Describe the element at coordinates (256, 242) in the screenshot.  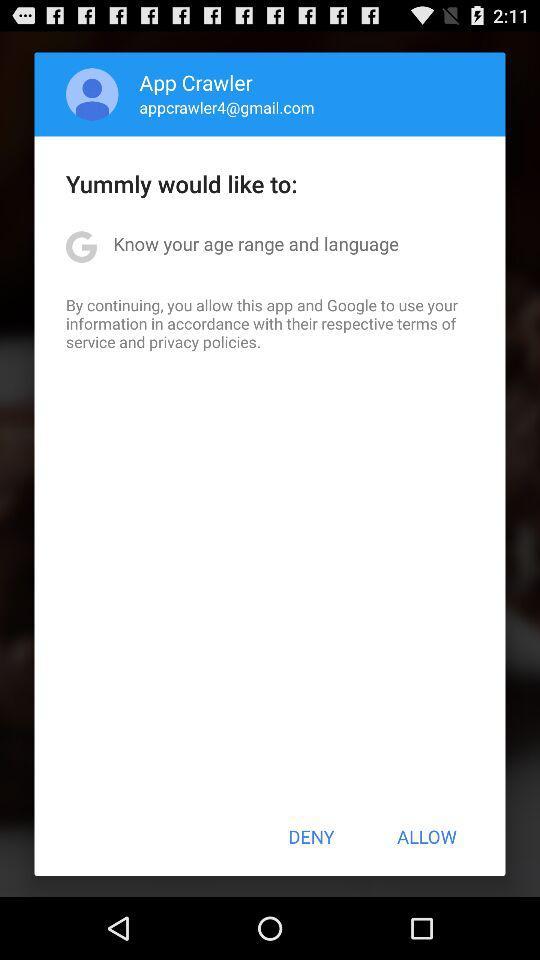
I see `the app below yummly would like item` at that location.